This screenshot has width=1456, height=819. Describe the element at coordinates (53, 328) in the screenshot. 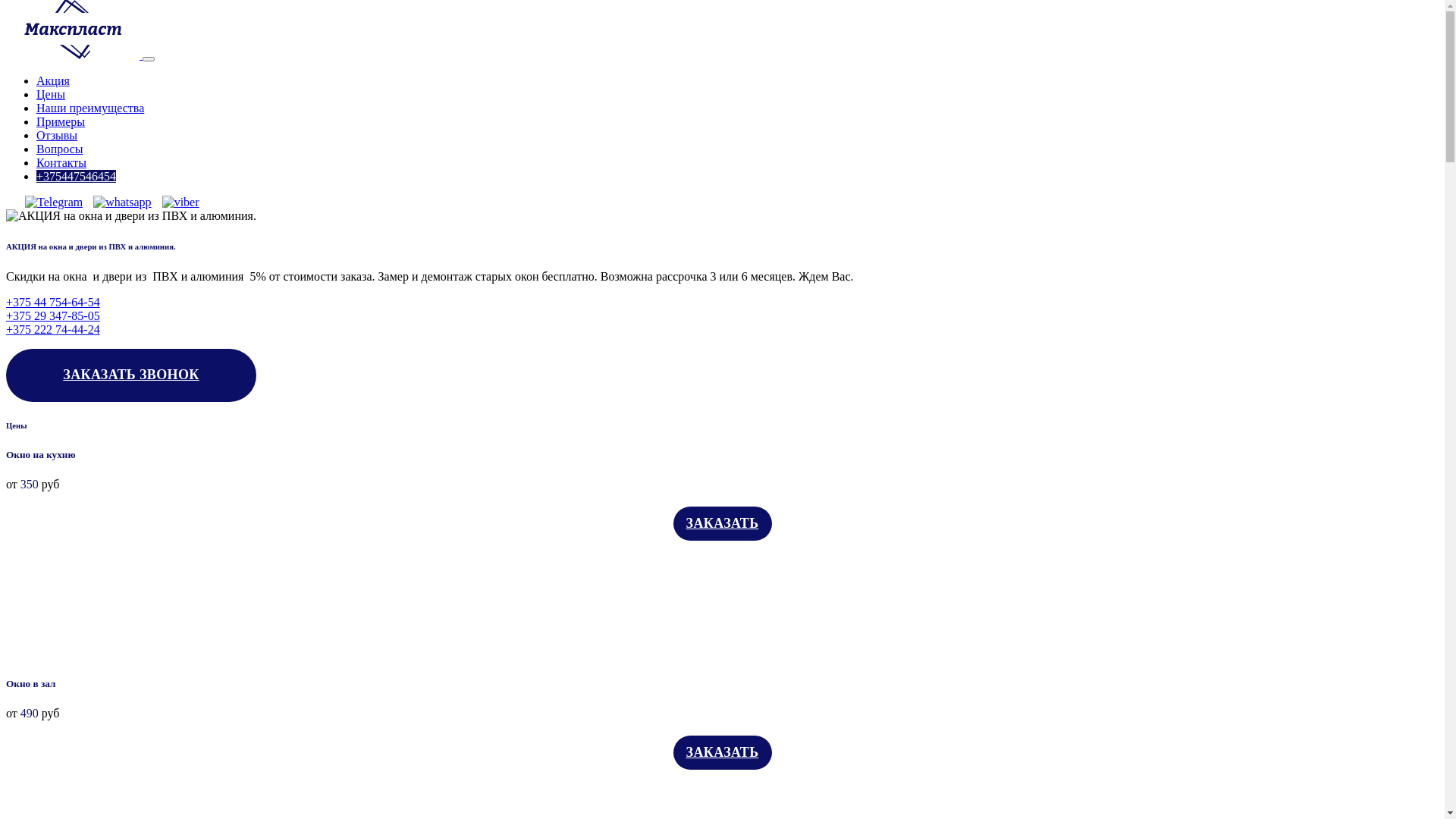

I see `'+375 222 74-44-24'` at that location.